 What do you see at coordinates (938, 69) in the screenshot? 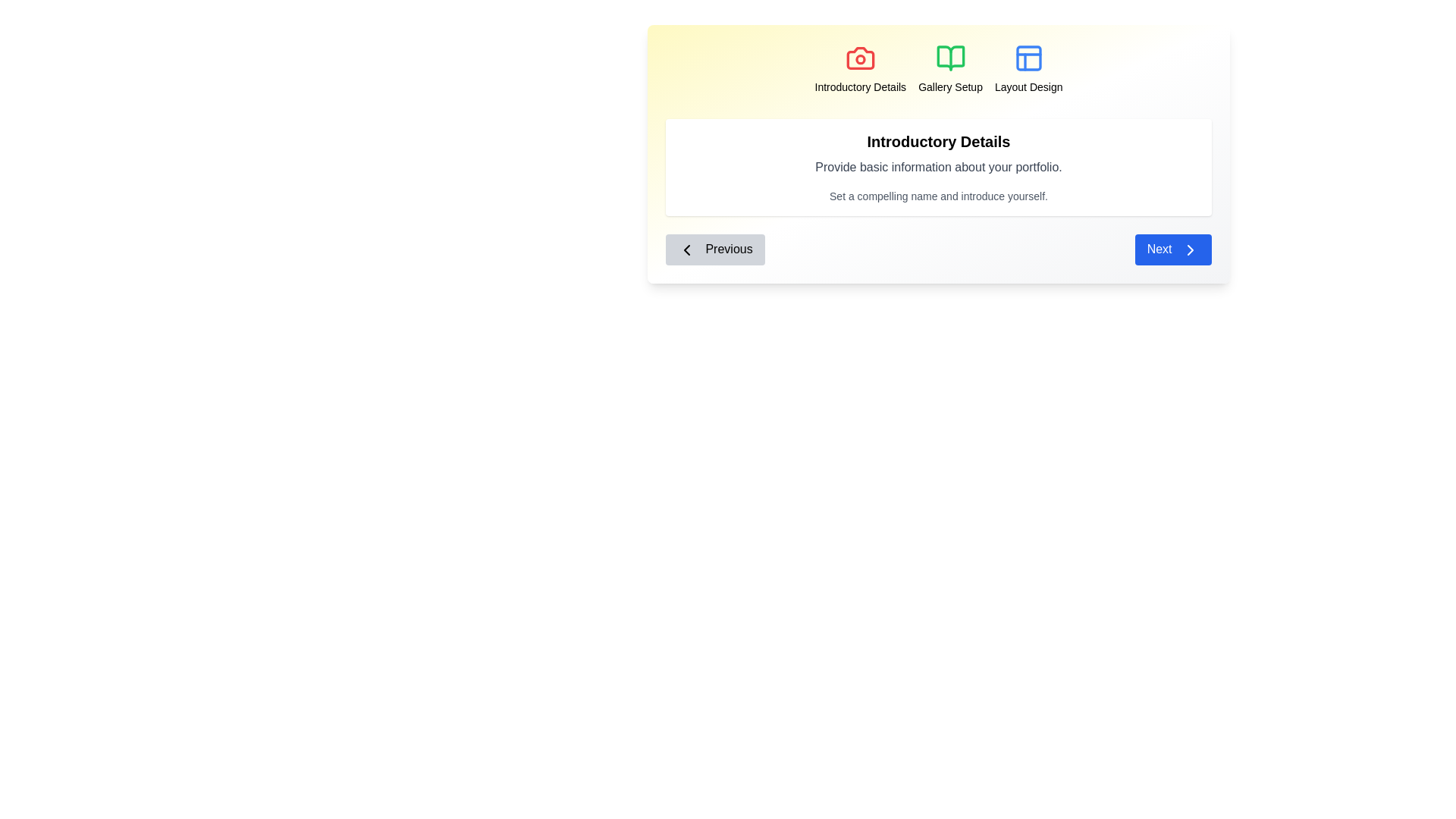
I see `the 'Gallery Setup' tab in the step navigation component` at bounding box center [938, 69].